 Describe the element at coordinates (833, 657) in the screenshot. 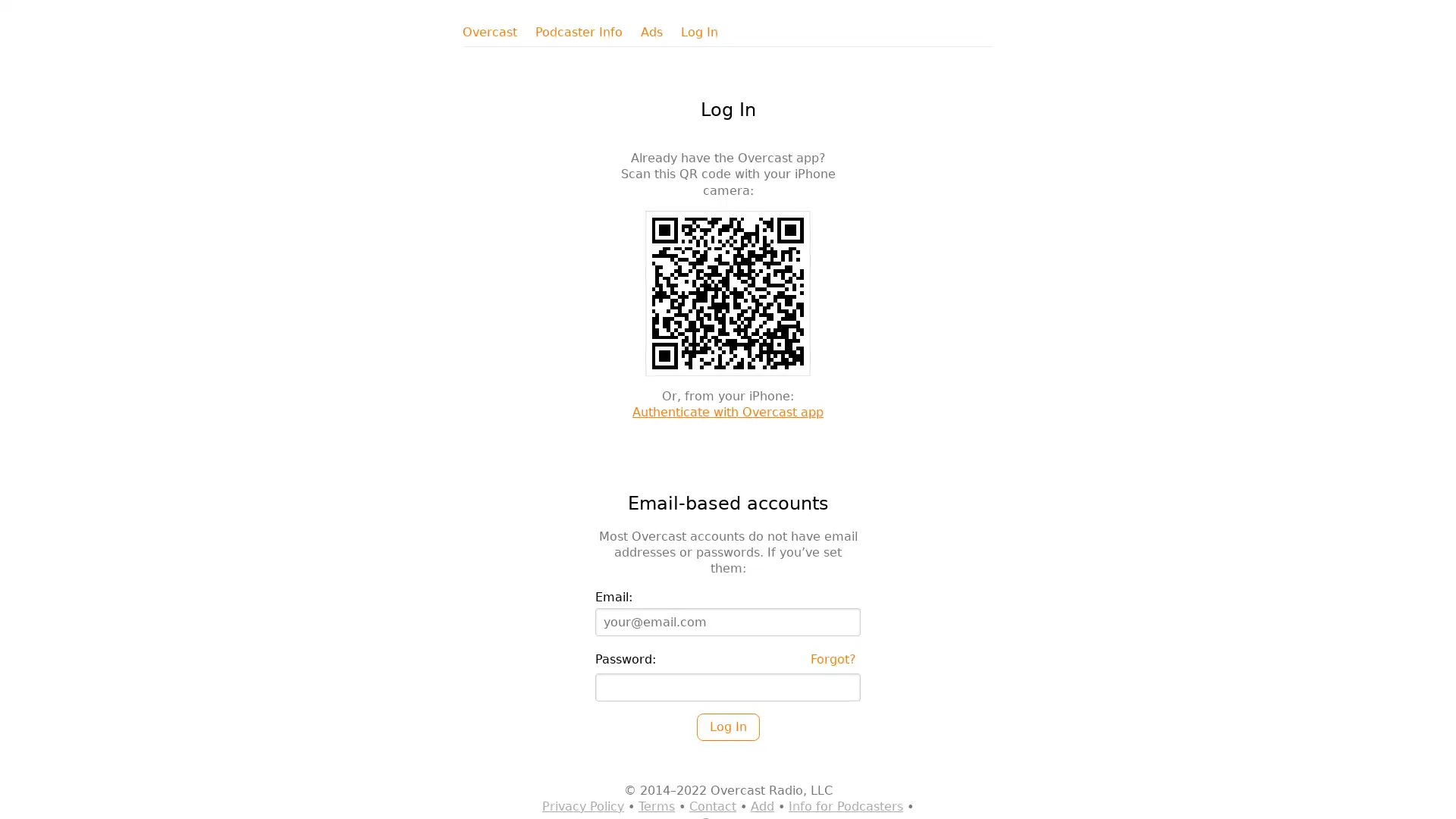

I see `Forgot?` at that location.